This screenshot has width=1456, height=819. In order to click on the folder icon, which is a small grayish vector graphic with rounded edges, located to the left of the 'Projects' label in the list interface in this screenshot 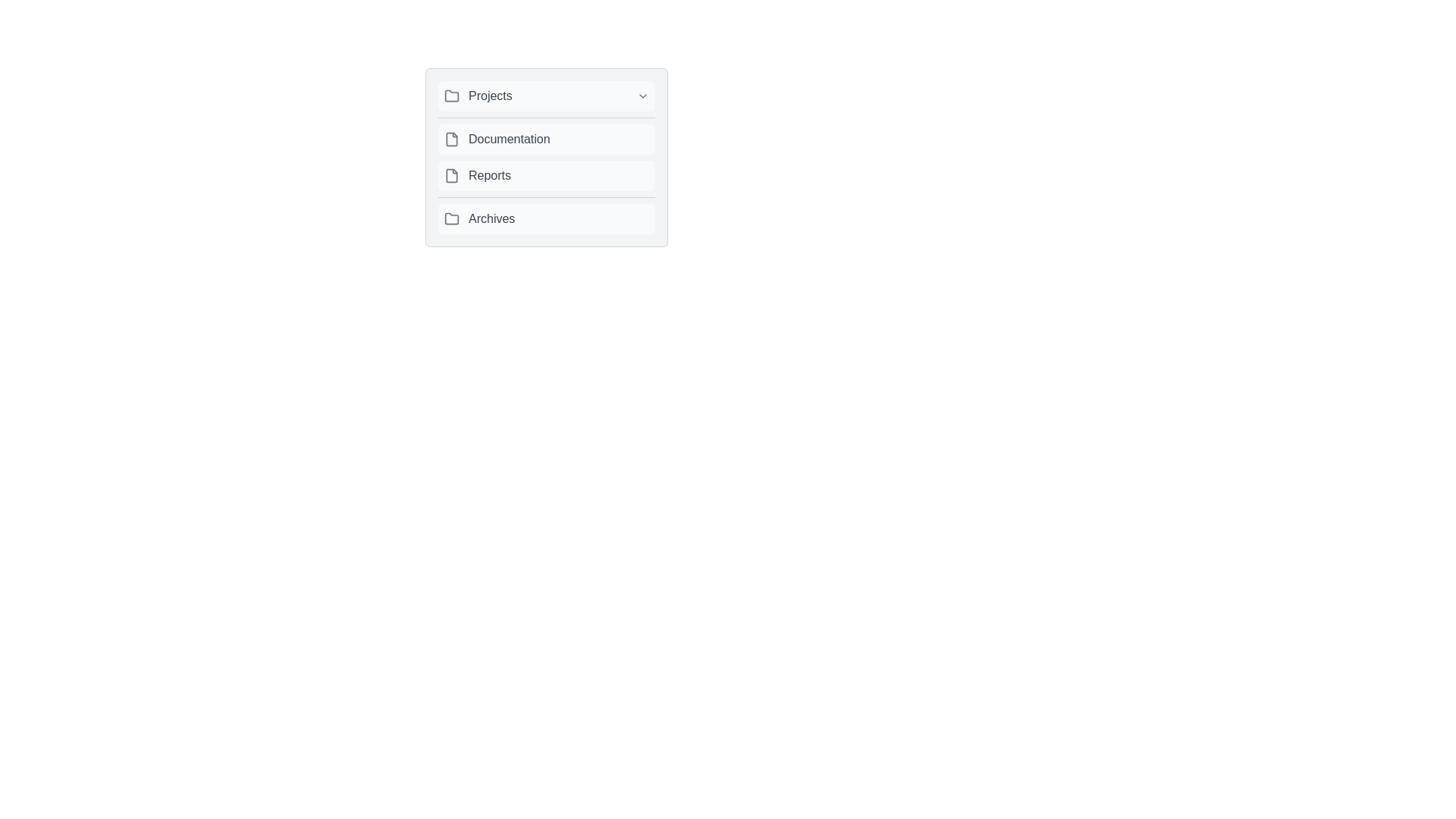, I will do `click(450, 96)`.